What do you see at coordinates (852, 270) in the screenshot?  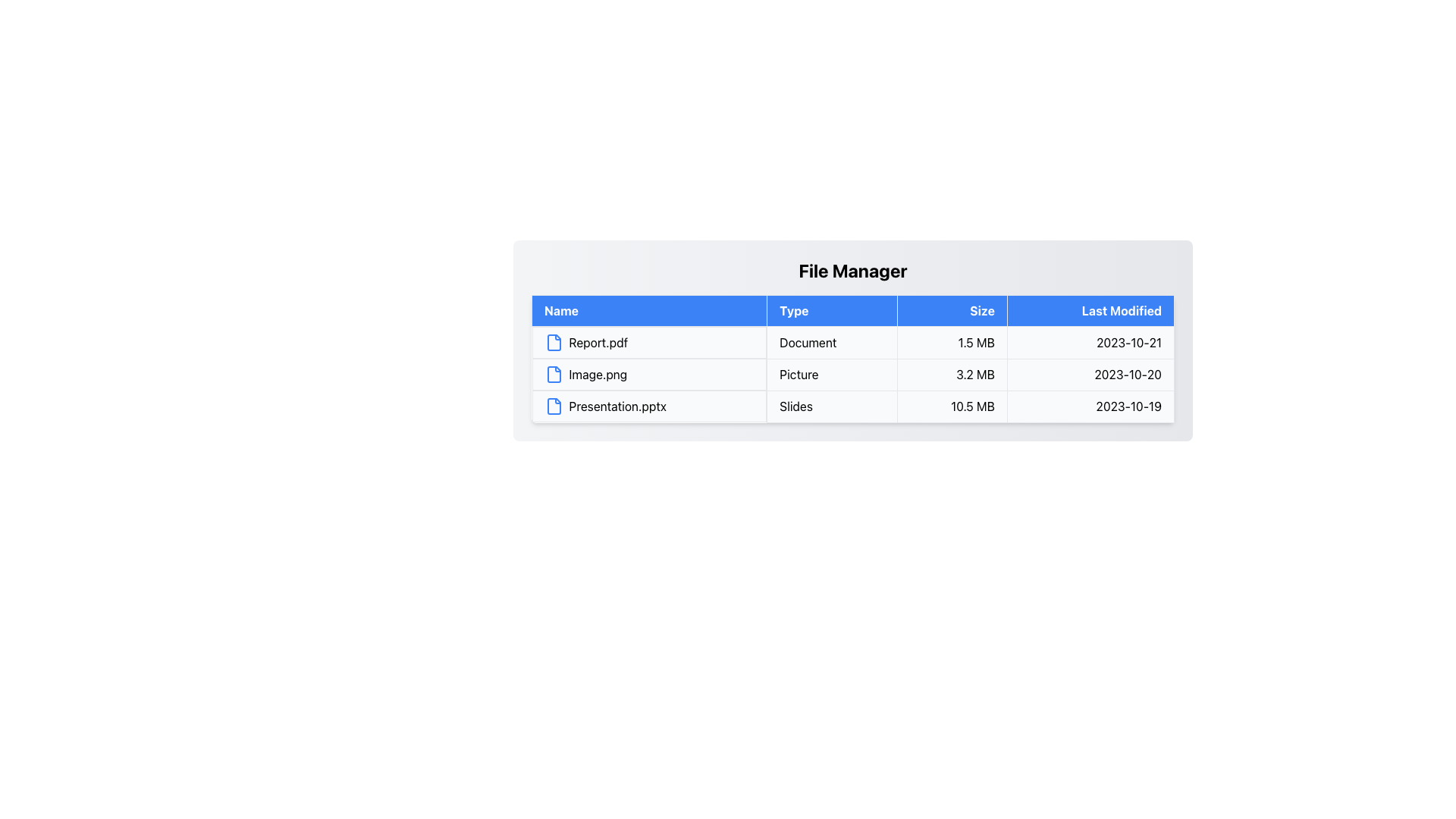 I see `the 'File Manager' title text label, which is bold and large, located at the top of a table-like structure in a gradient background` at bounding box center [852, 270].